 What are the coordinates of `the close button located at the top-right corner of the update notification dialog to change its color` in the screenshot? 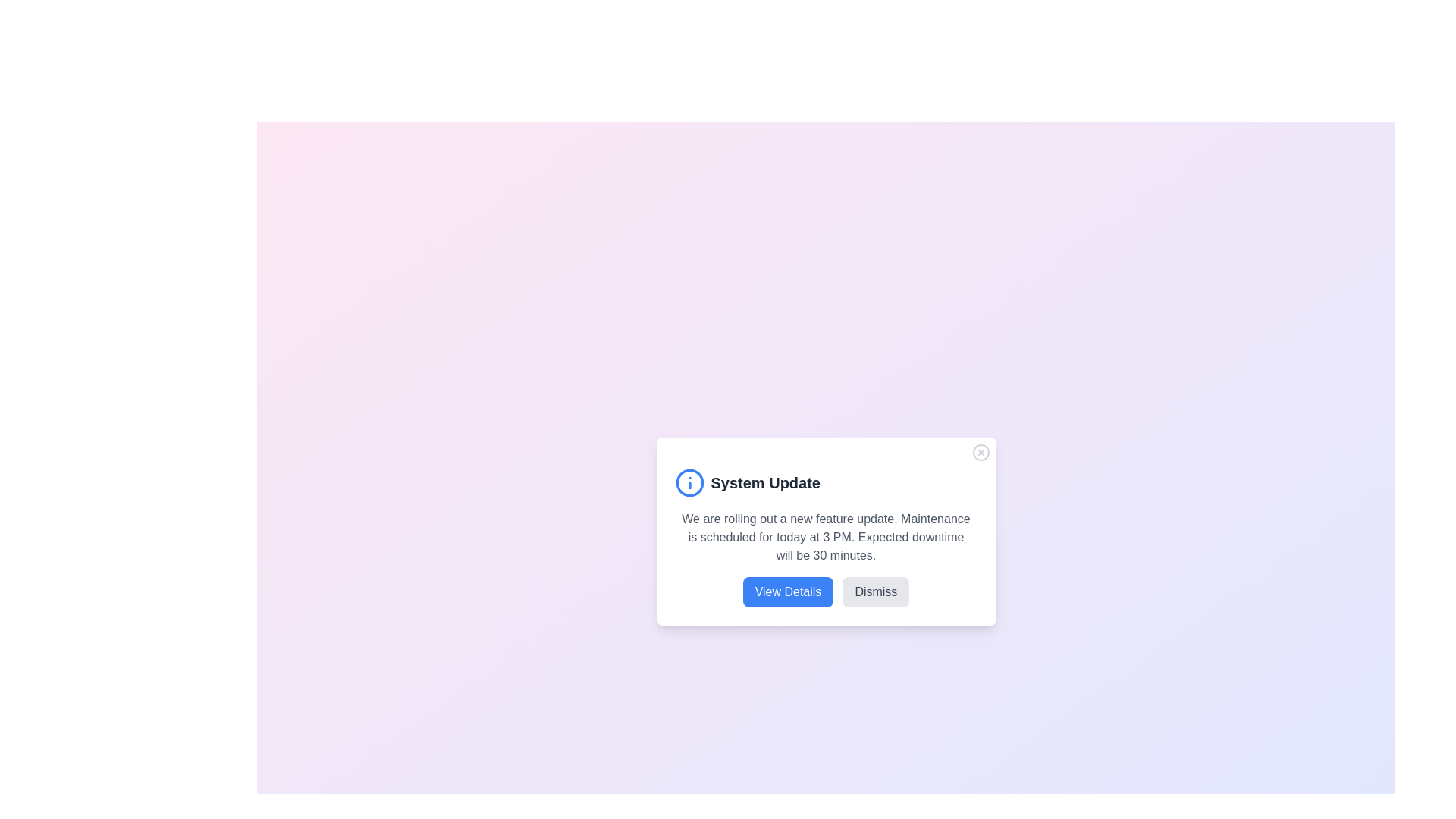 It's located at (981, 452).